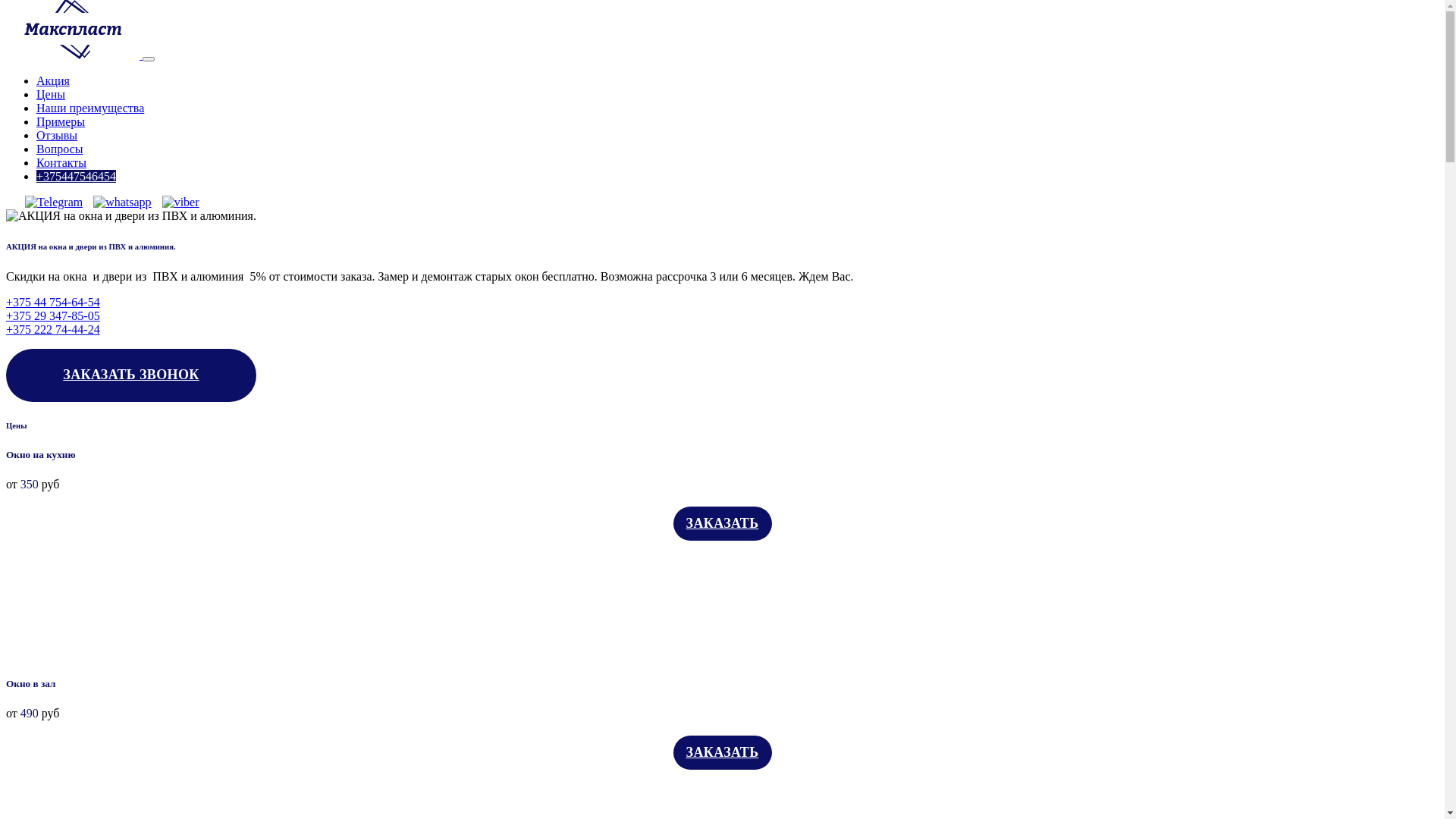 This screenshot has width=1456, height=819. I want to click on '+375 44 754-64-54', so click(6, 302).